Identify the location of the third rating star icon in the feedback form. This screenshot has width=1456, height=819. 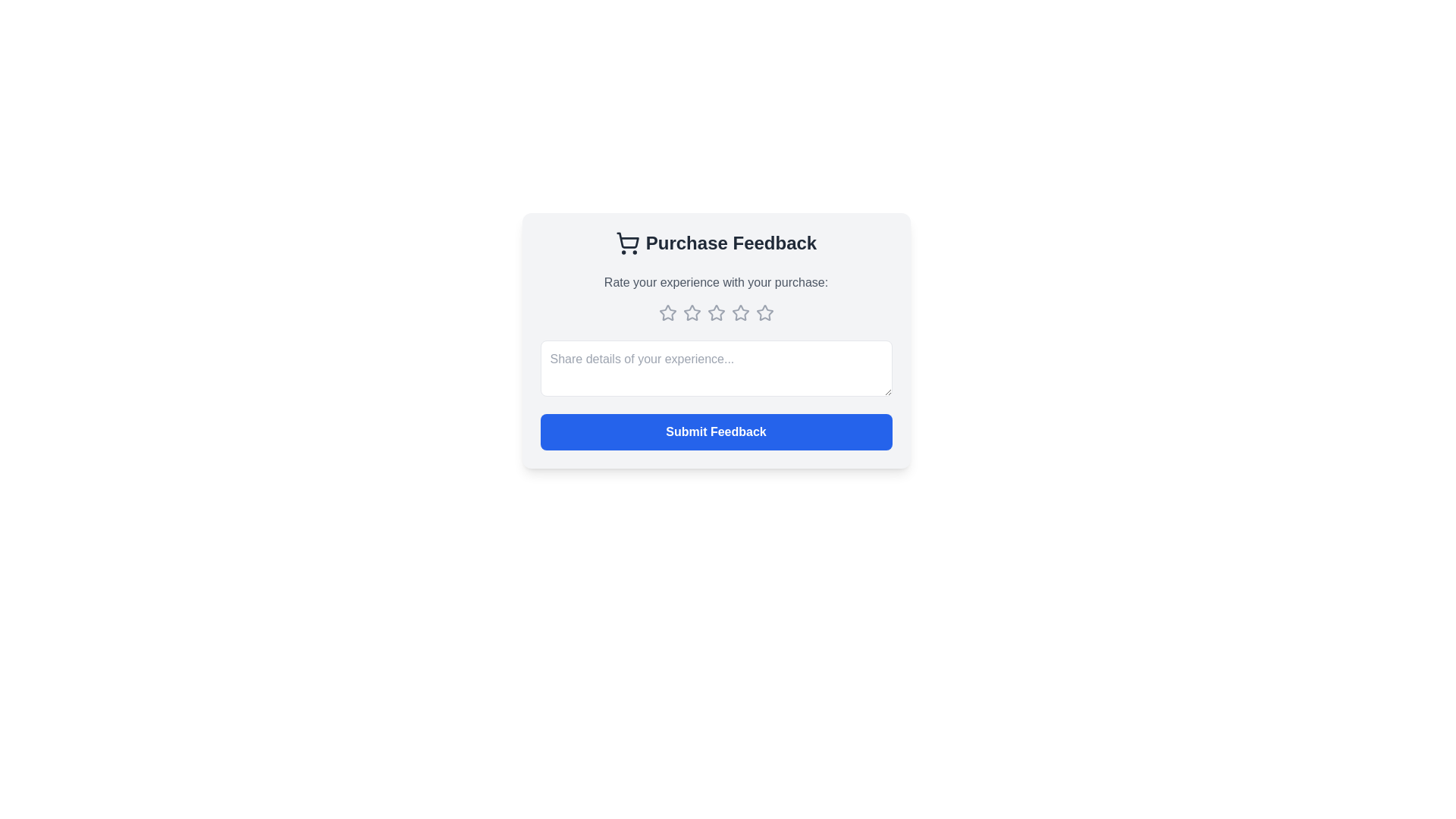
(715, 312).